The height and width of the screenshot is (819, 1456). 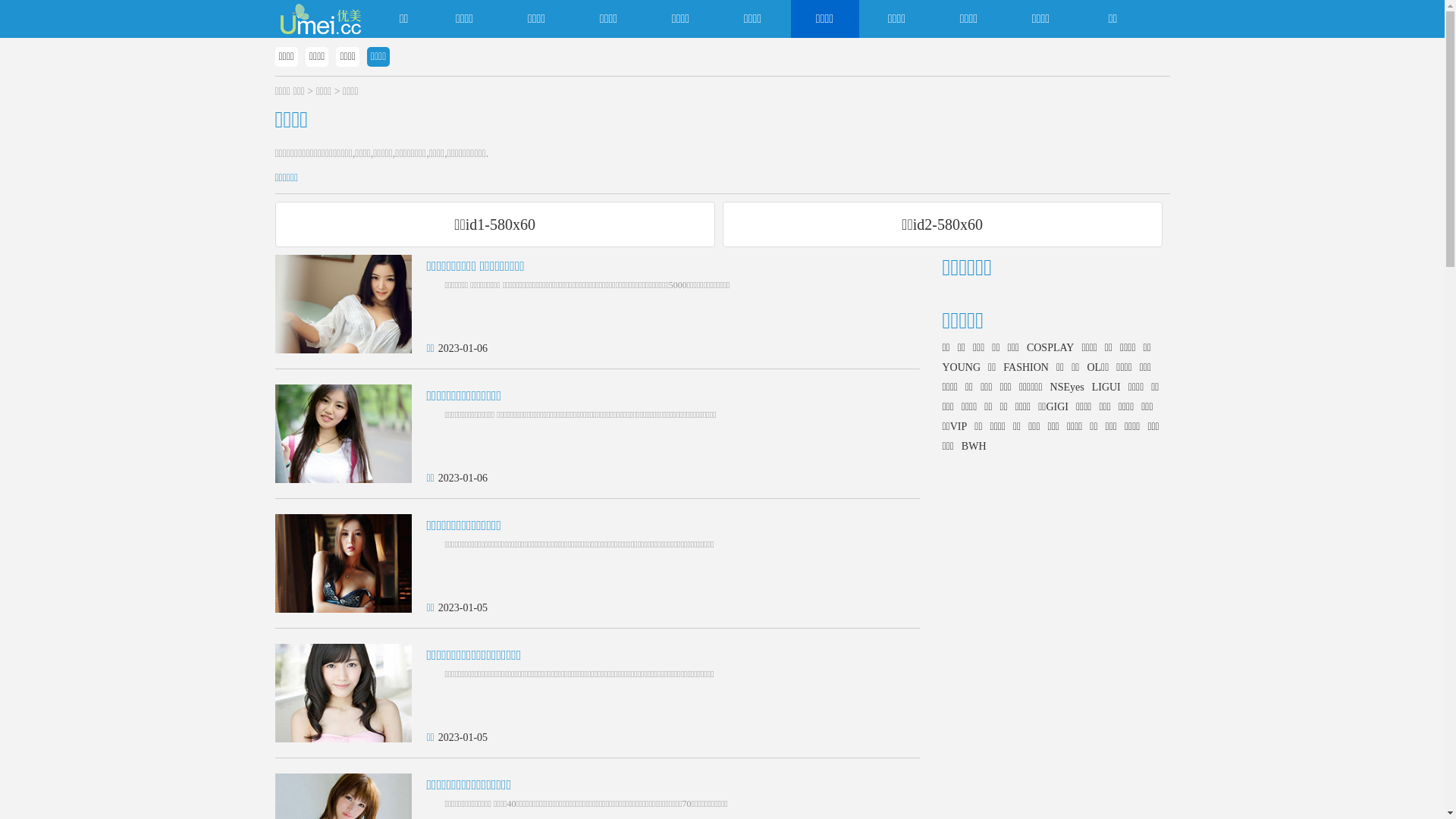 What do you see at coordinates (1030, 368) in the screenshot?
I see `'FASHION'` at bounding box center [1030, 368].